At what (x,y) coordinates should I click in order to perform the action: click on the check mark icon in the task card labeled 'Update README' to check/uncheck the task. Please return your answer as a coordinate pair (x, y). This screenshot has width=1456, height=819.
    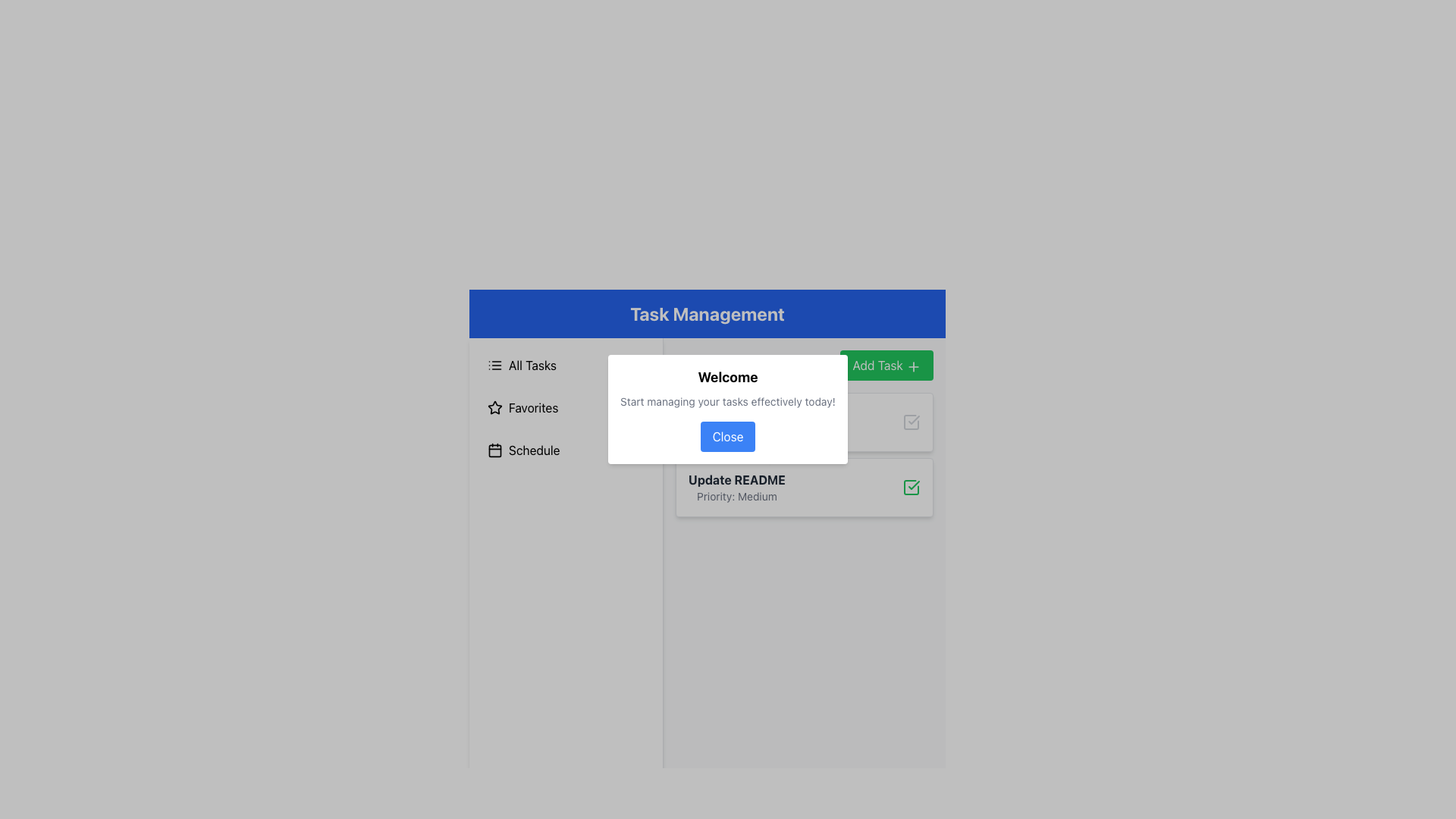
    Looking at the image, I should click on (910, 488).